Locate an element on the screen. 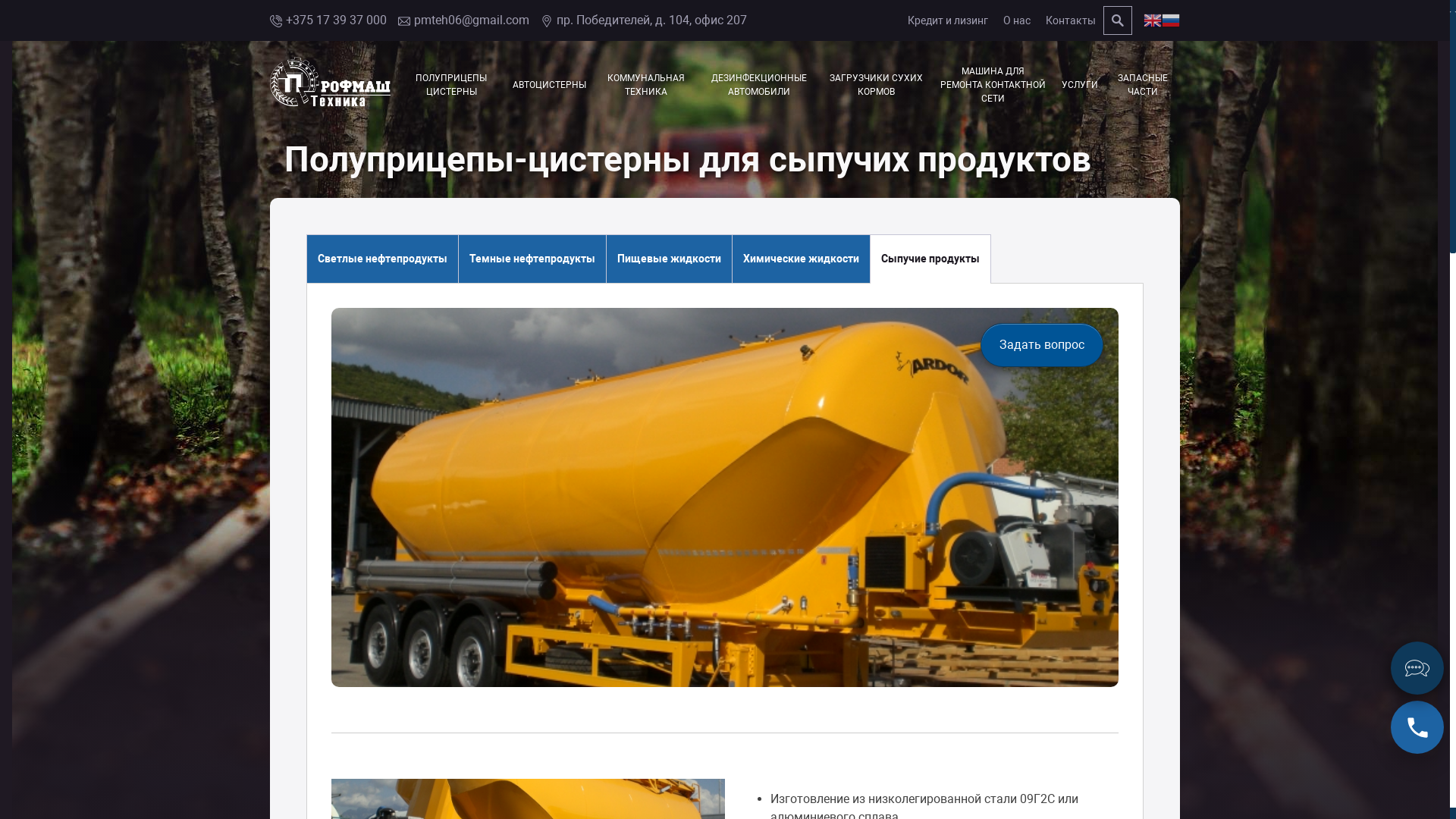 The width and height of the screenshot is (1456, 819). 'Russian' is located at coordinates (1170, 20).